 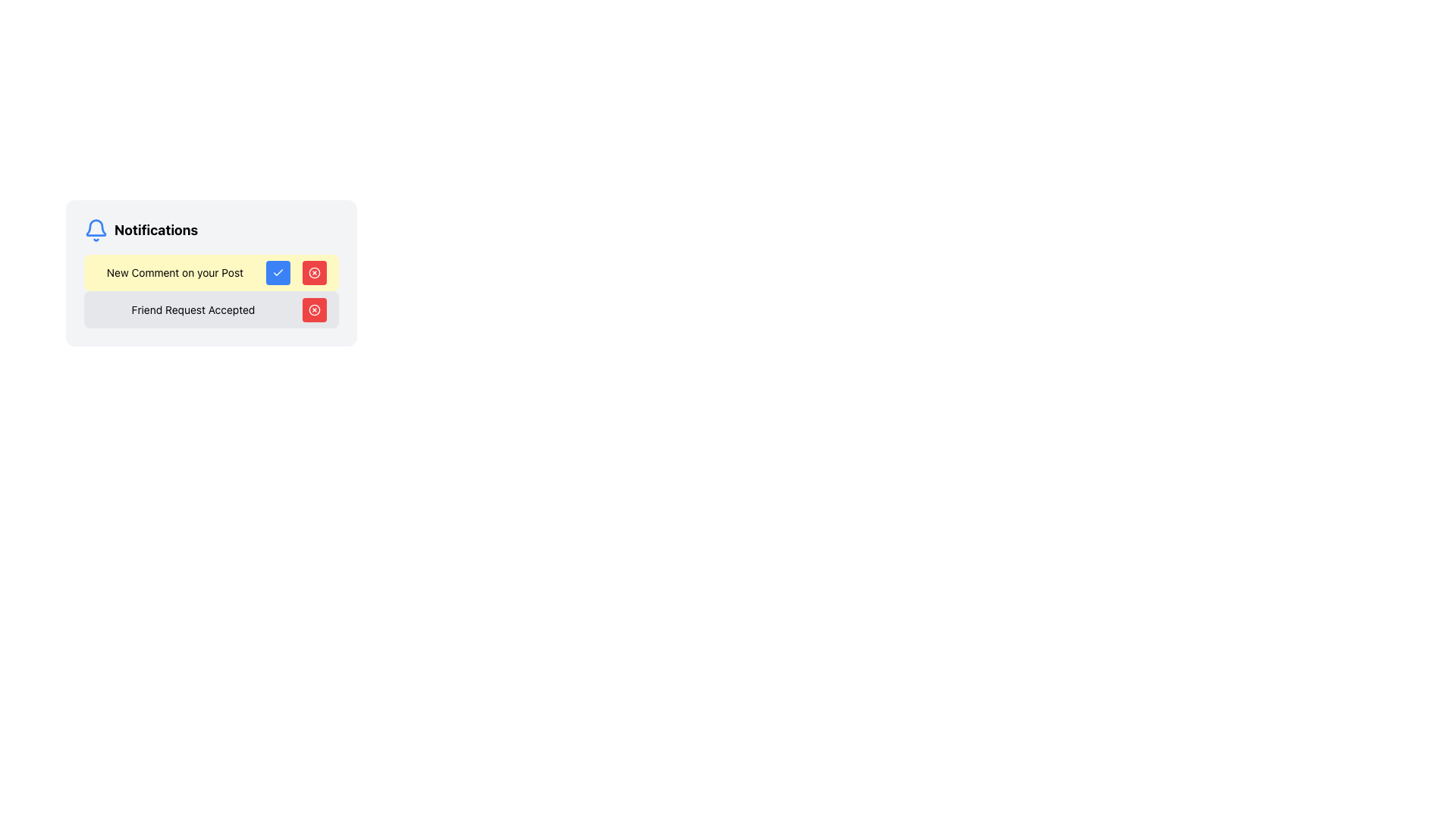 What do you see at coordinates (156, 231) in the screenshot?
I see `the 'Notifications' text label, which is bold and large, located to the right of a bell icon at the top of the notification panel` at bounding box center [156, 231].